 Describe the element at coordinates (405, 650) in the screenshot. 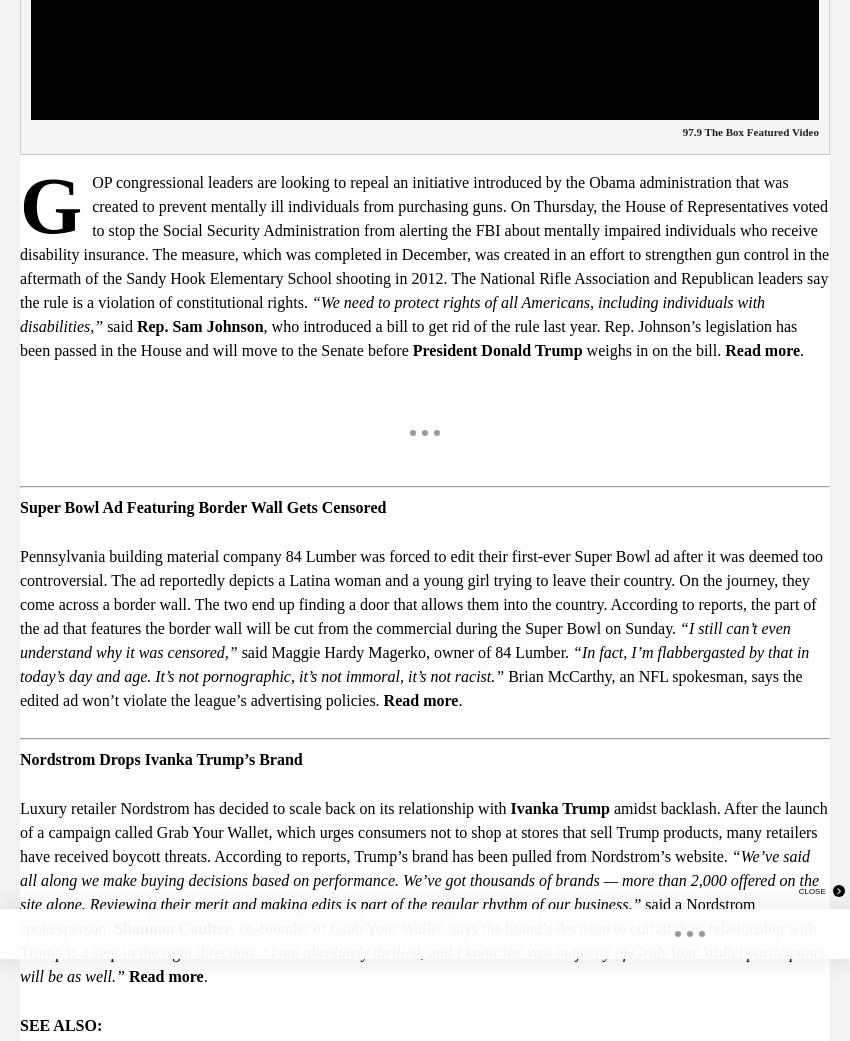

I see `'said Maggie Hardy Magerko, owner of 84 Lumber.'` at that location.